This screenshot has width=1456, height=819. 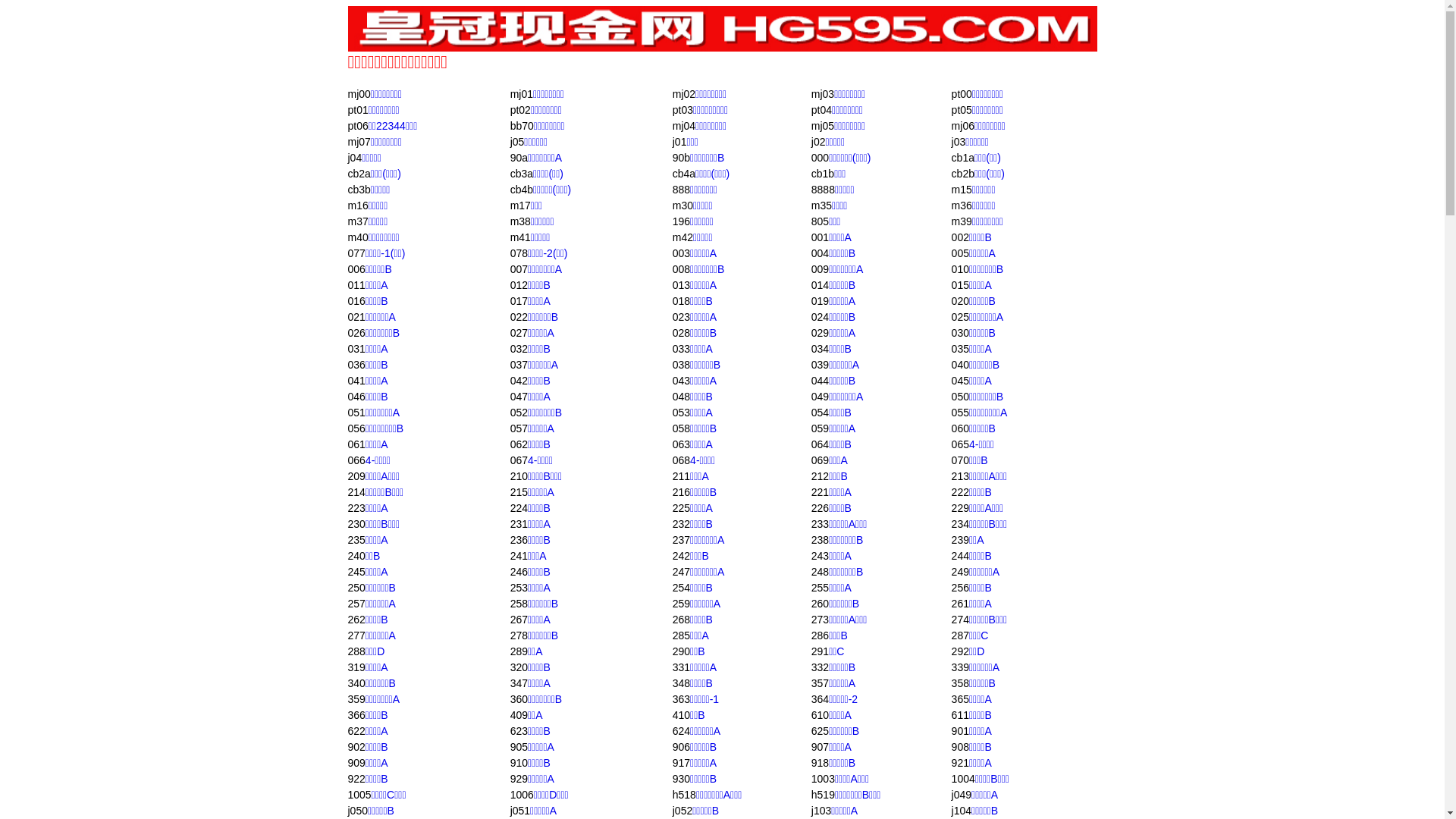 I want to click on '360', so click(x=519, y=698).